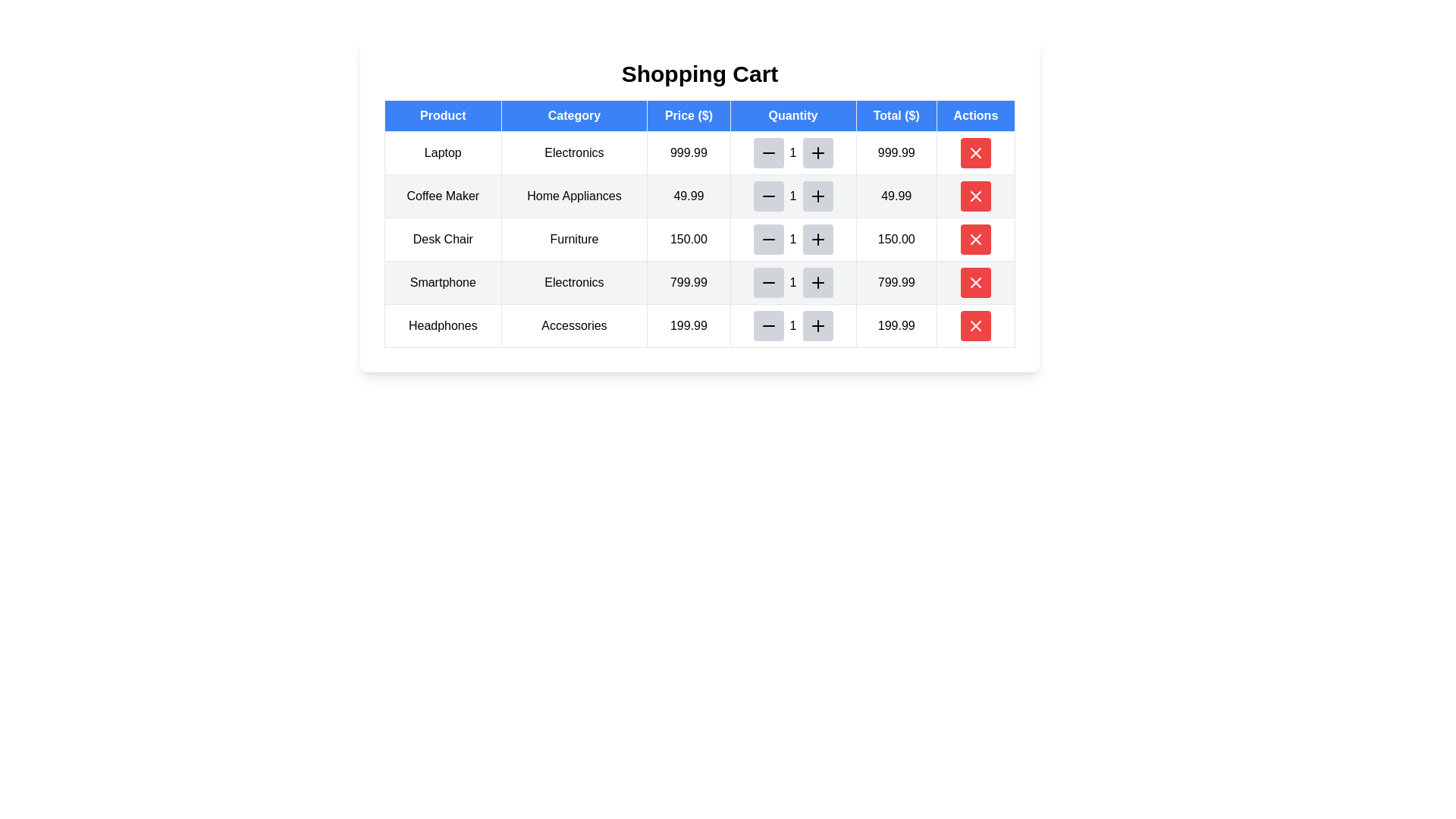  I want to click on the static text display showing the price for 'Headphones', located in the last row of the table under the 'Price ($)' column, so click(688, 325).